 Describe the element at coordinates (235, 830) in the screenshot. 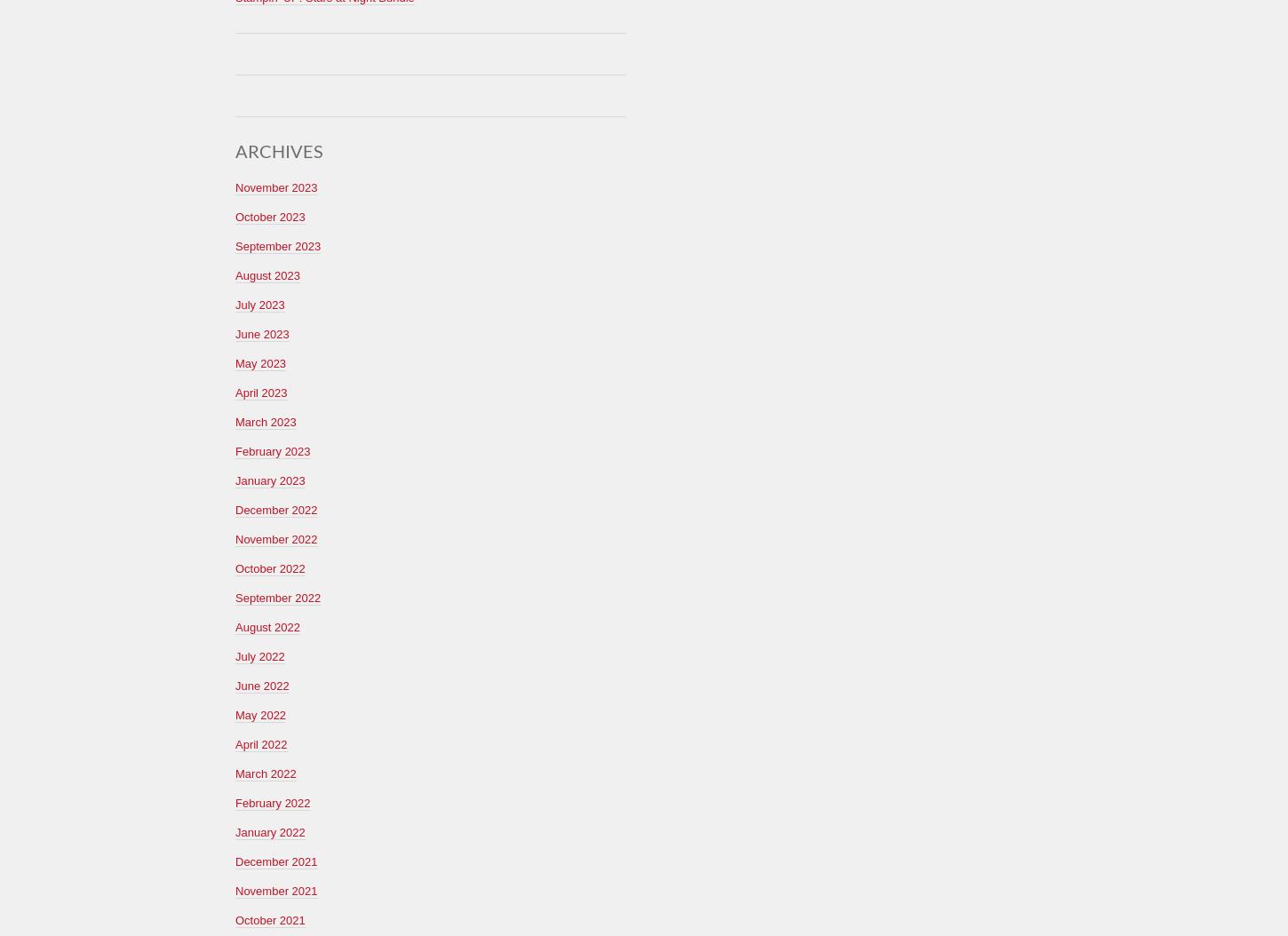

I see `'January 2022'` at that location.